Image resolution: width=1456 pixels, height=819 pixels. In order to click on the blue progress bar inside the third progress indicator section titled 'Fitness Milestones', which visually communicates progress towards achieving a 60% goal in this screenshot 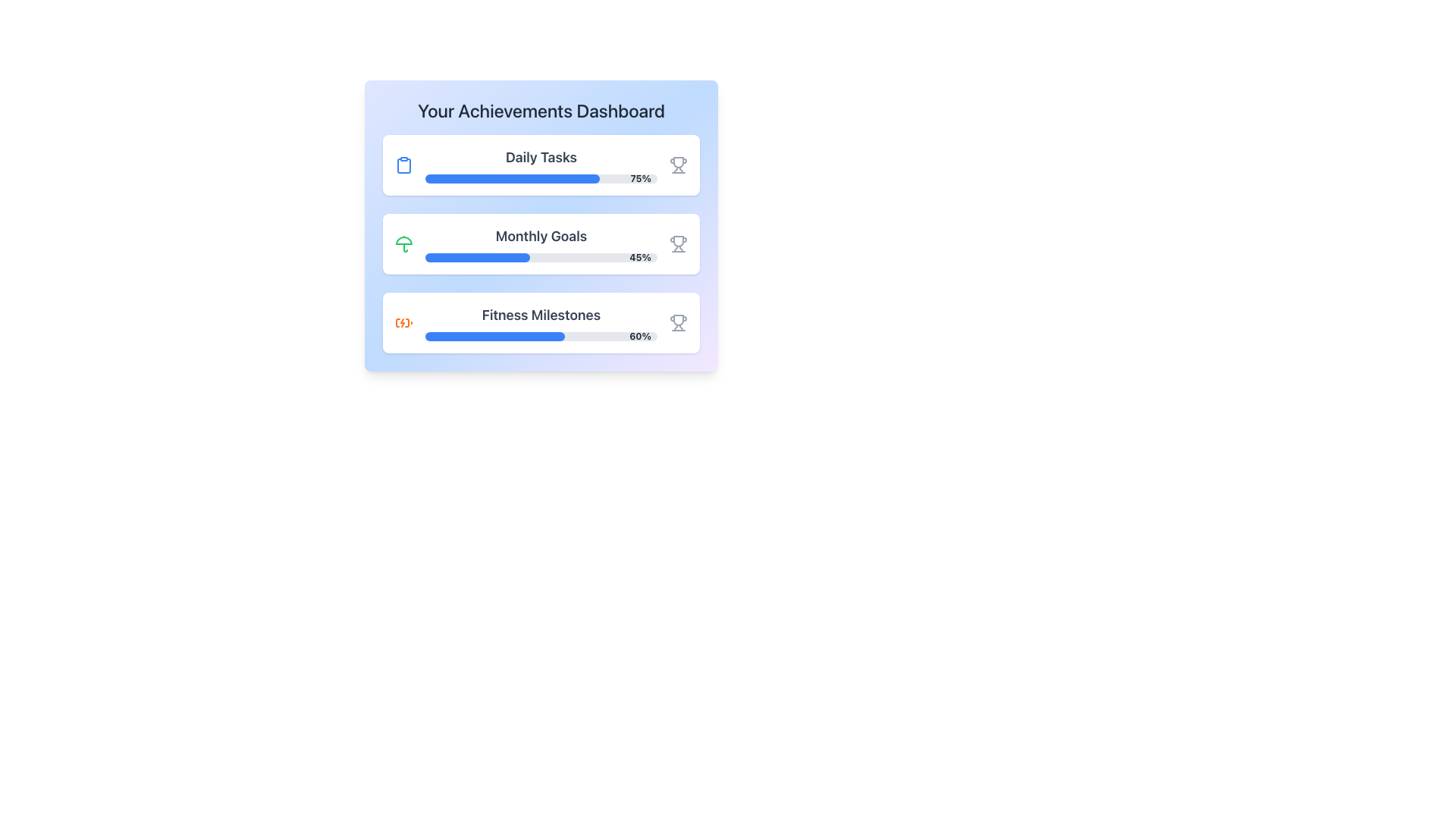, I will do `click(494, 335)`.